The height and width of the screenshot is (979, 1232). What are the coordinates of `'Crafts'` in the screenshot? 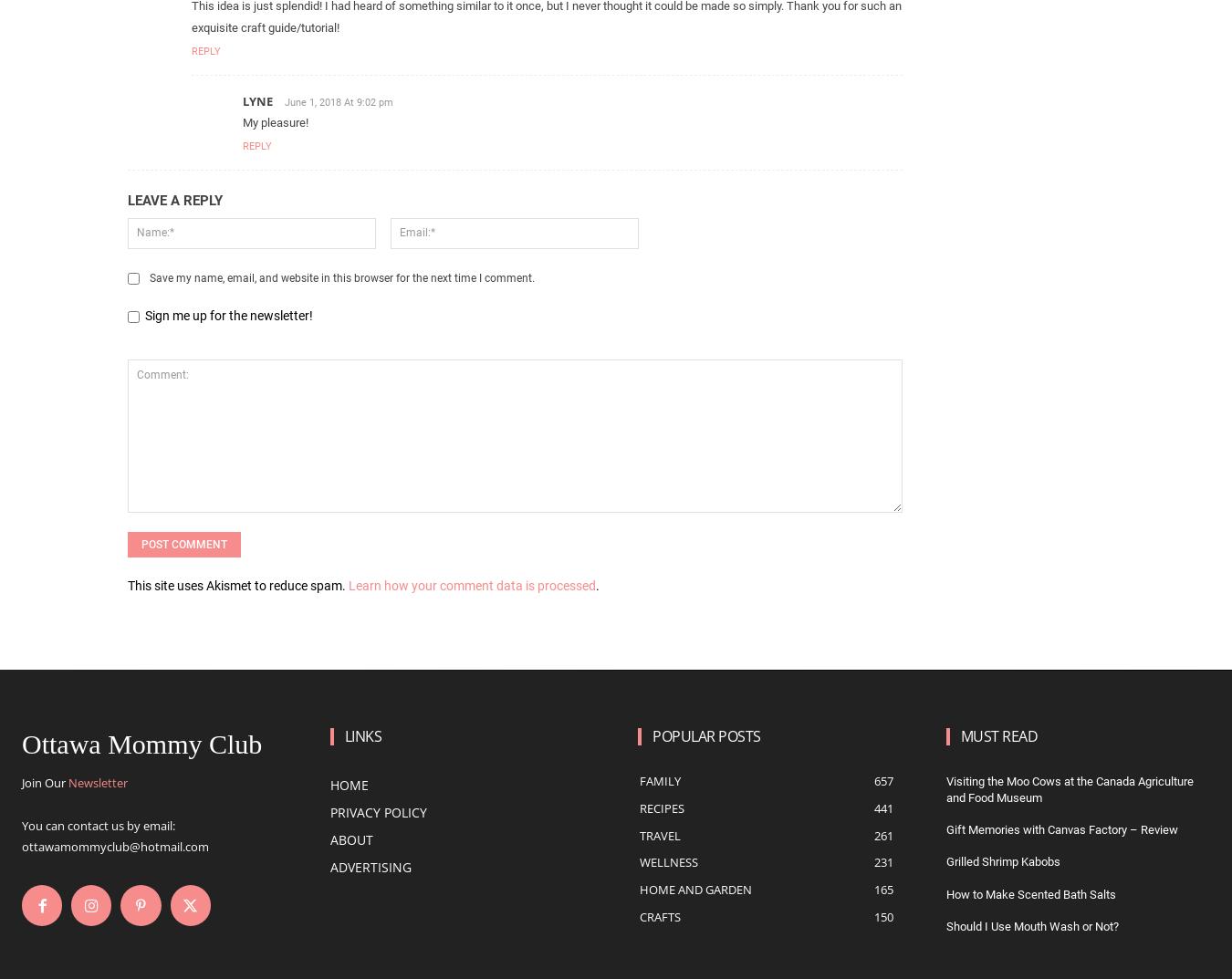 It's located at (659, 915).